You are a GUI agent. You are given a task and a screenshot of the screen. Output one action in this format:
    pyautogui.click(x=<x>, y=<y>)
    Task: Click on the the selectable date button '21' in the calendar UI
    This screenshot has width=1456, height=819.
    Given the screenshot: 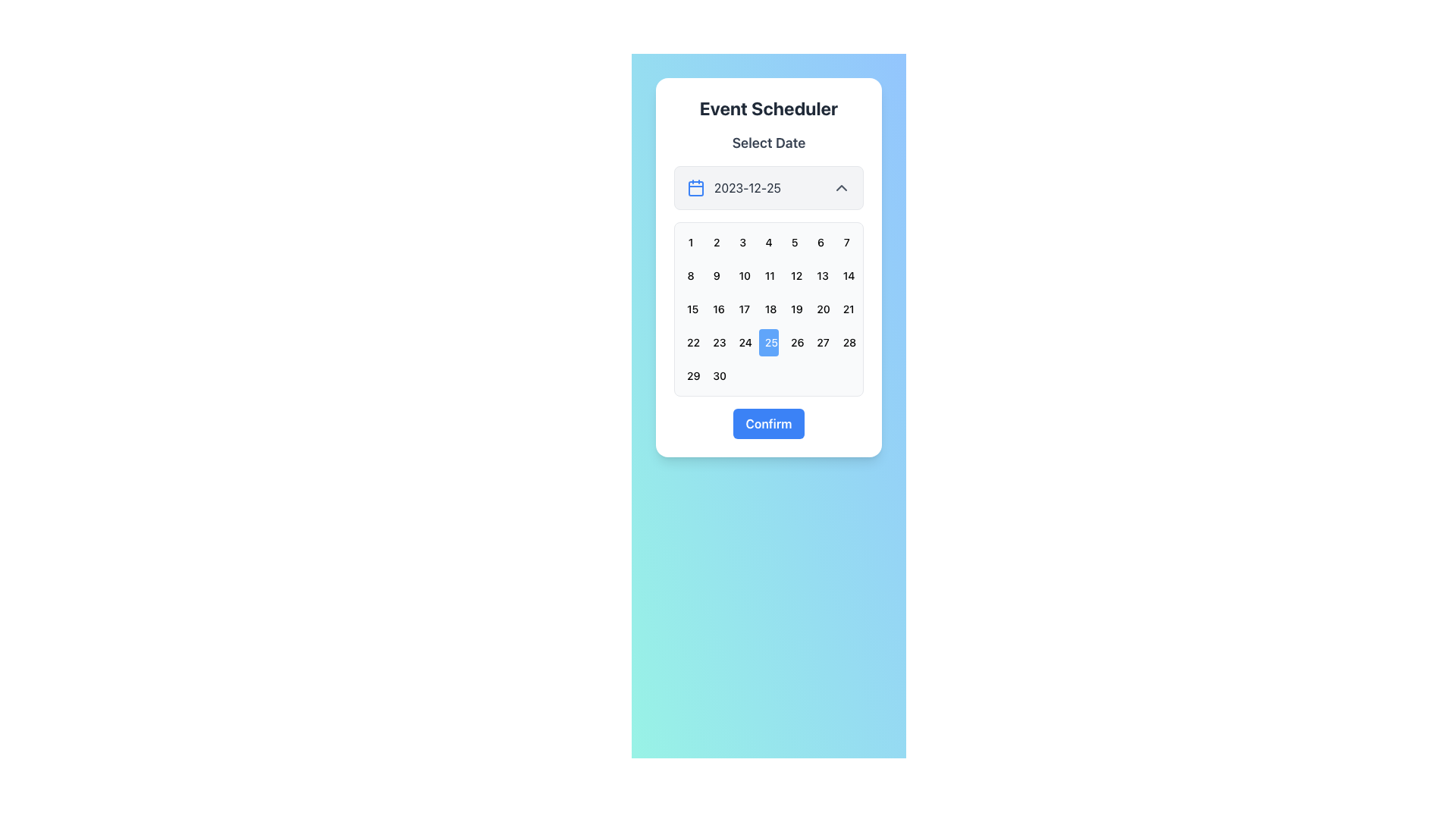 What is the action you would take?
    pyautogui.click(x=846, y=309)
    